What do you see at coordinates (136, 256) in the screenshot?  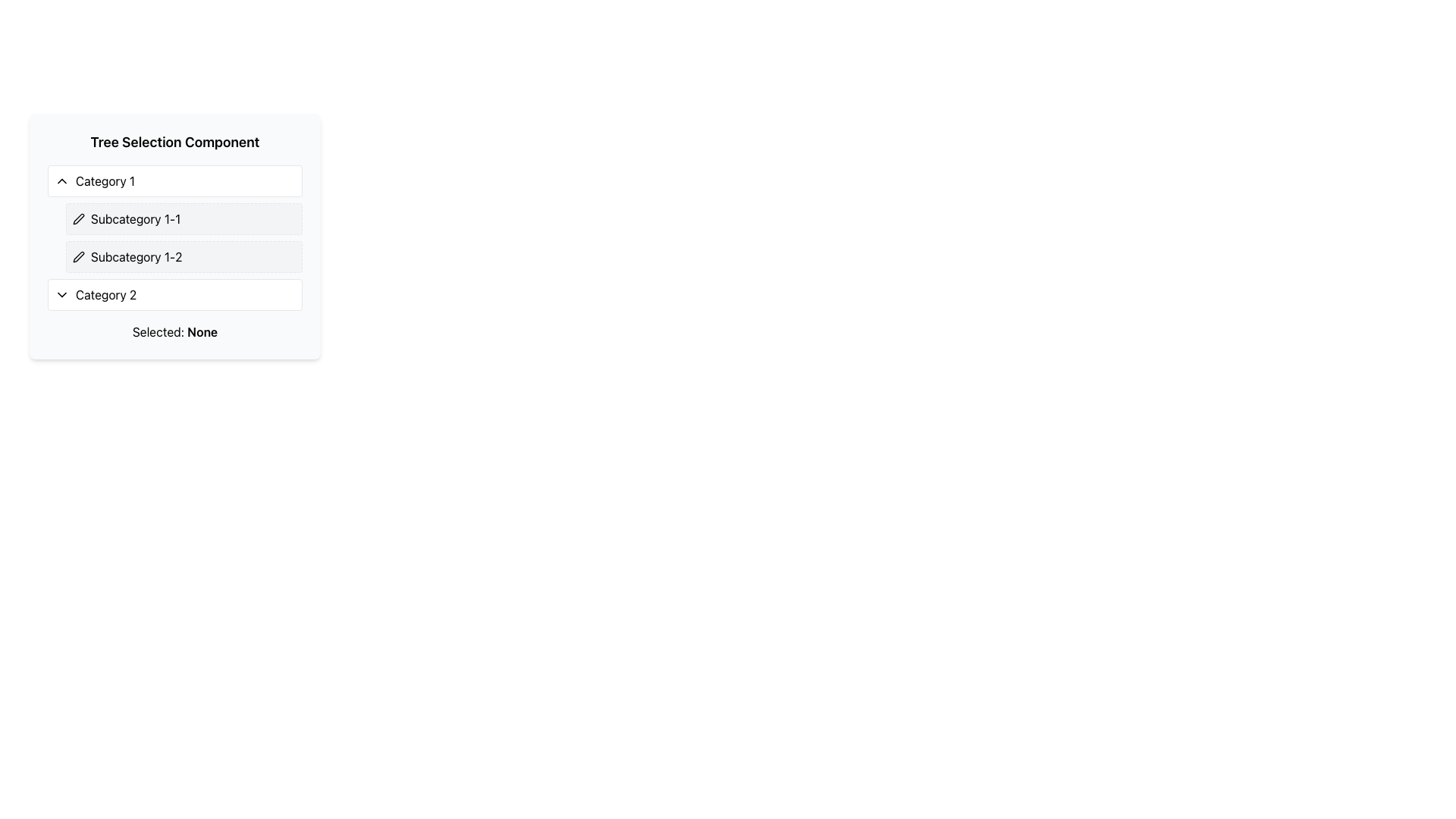 I see `the text label displaying 'Subcategory 1-2'` at bounding box center [136, 256].